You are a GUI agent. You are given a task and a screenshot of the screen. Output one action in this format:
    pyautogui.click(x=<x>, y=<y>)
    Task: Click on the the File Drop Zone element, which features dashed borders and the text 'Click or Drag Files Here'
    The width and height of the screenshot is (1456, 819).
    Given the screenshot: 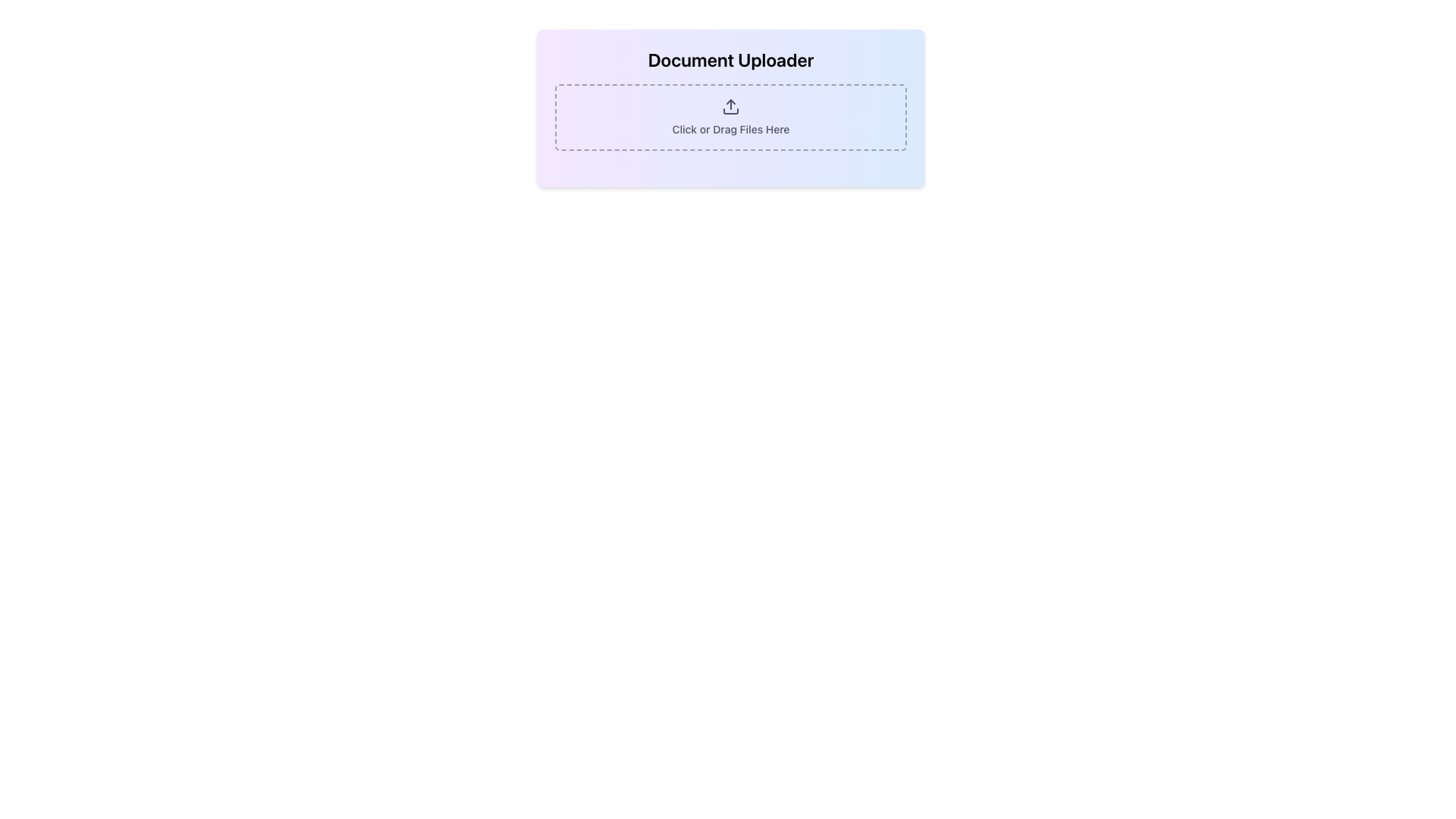 What is the action you would take?
    pyautogui.click(x=731, y=116)
    